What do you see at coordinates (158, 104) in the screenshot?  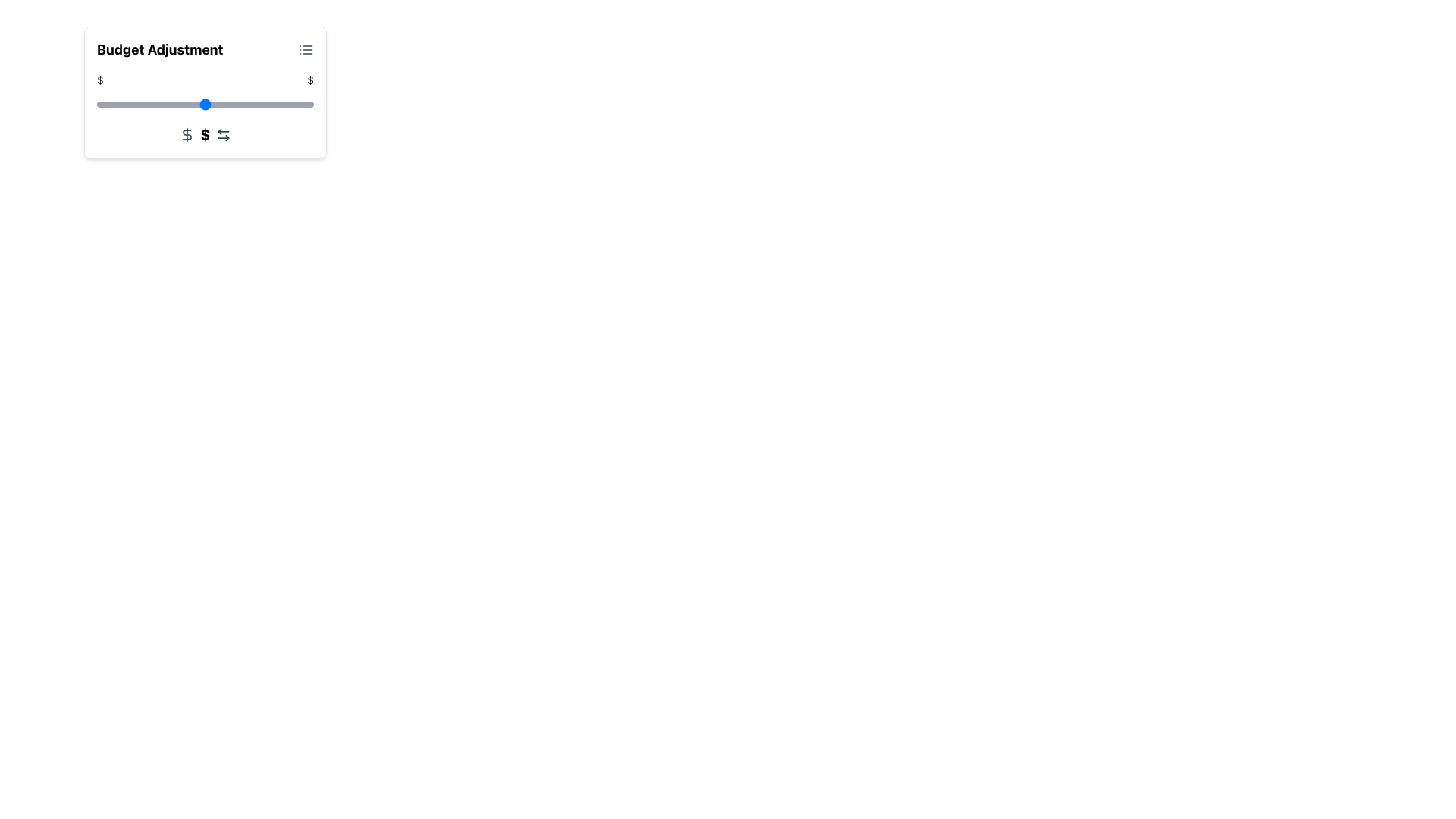 I see `the budget adjustment slider` at bounding box center [158, 104].